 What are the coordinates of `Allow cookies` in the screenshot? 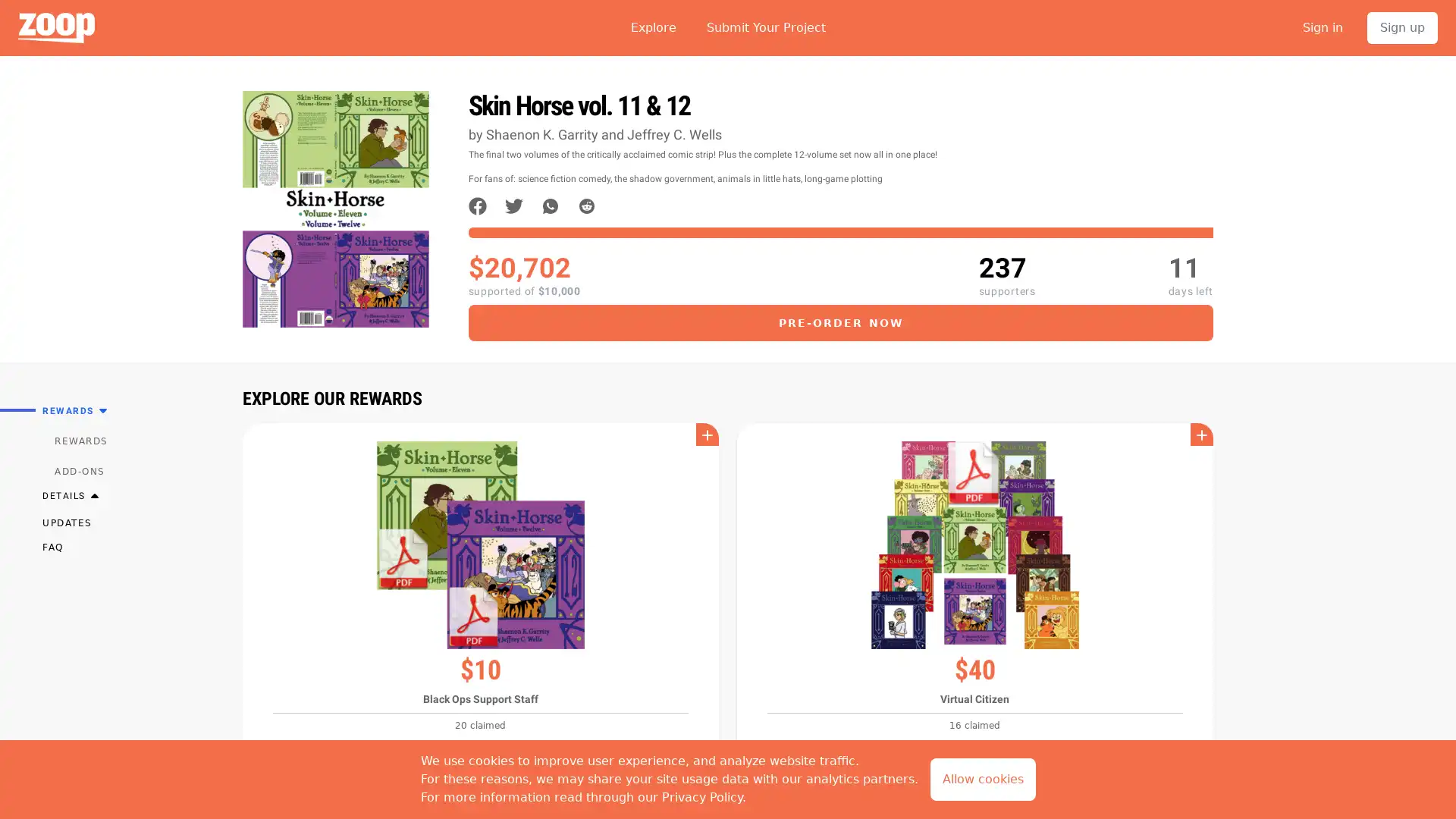 It's located at (982, 780).